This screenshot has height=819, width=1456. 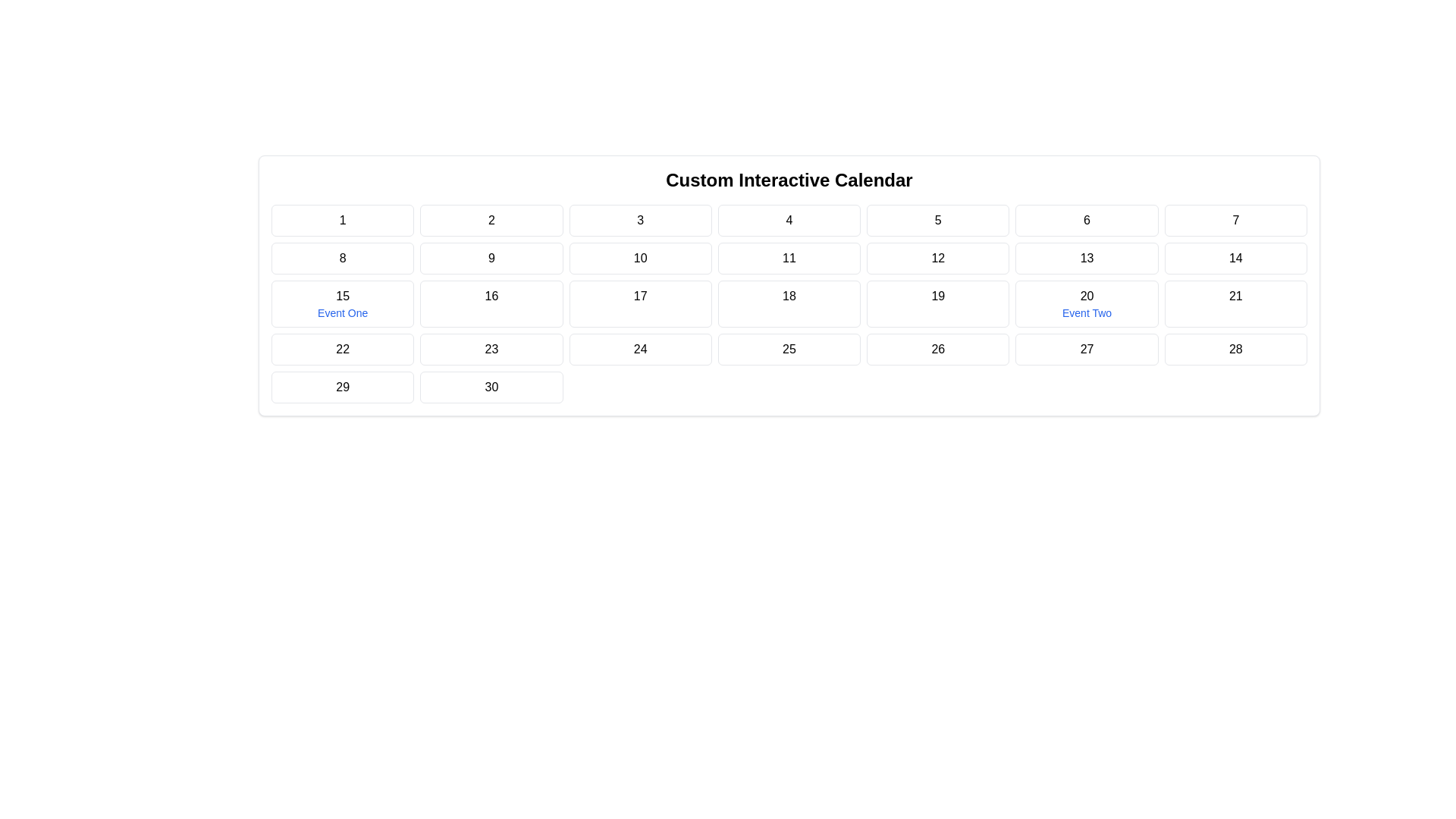 What do you see at coordinates (491, 304) in the screenshot?
I see `the calendar date box representing the 16th day of the month, which is located in the third row and second column of the calendar grid` at bounding box center [491, 304].